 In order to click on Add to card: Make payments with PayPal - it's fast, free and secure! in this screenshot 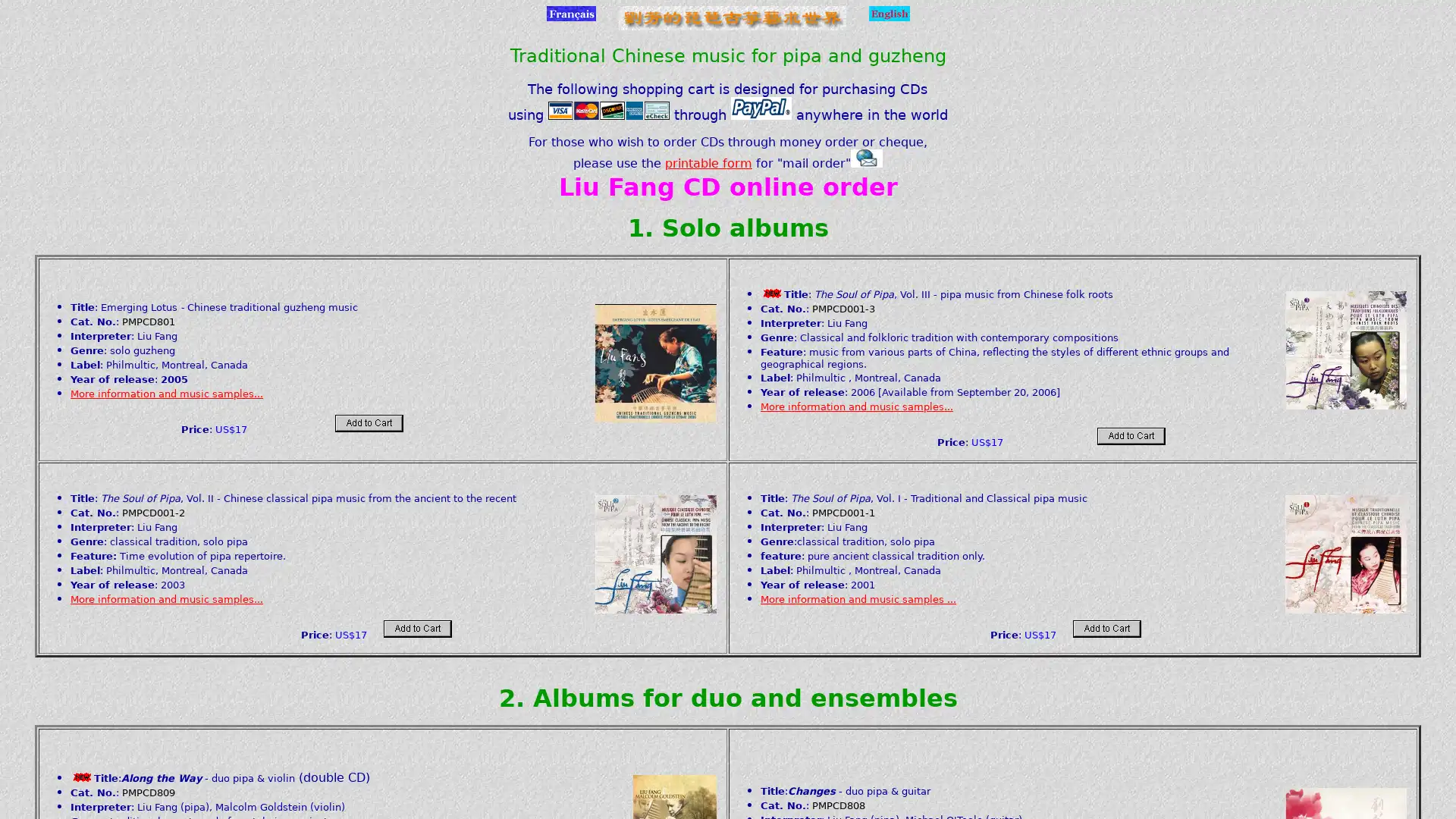, I will do `click(368, 423)`.